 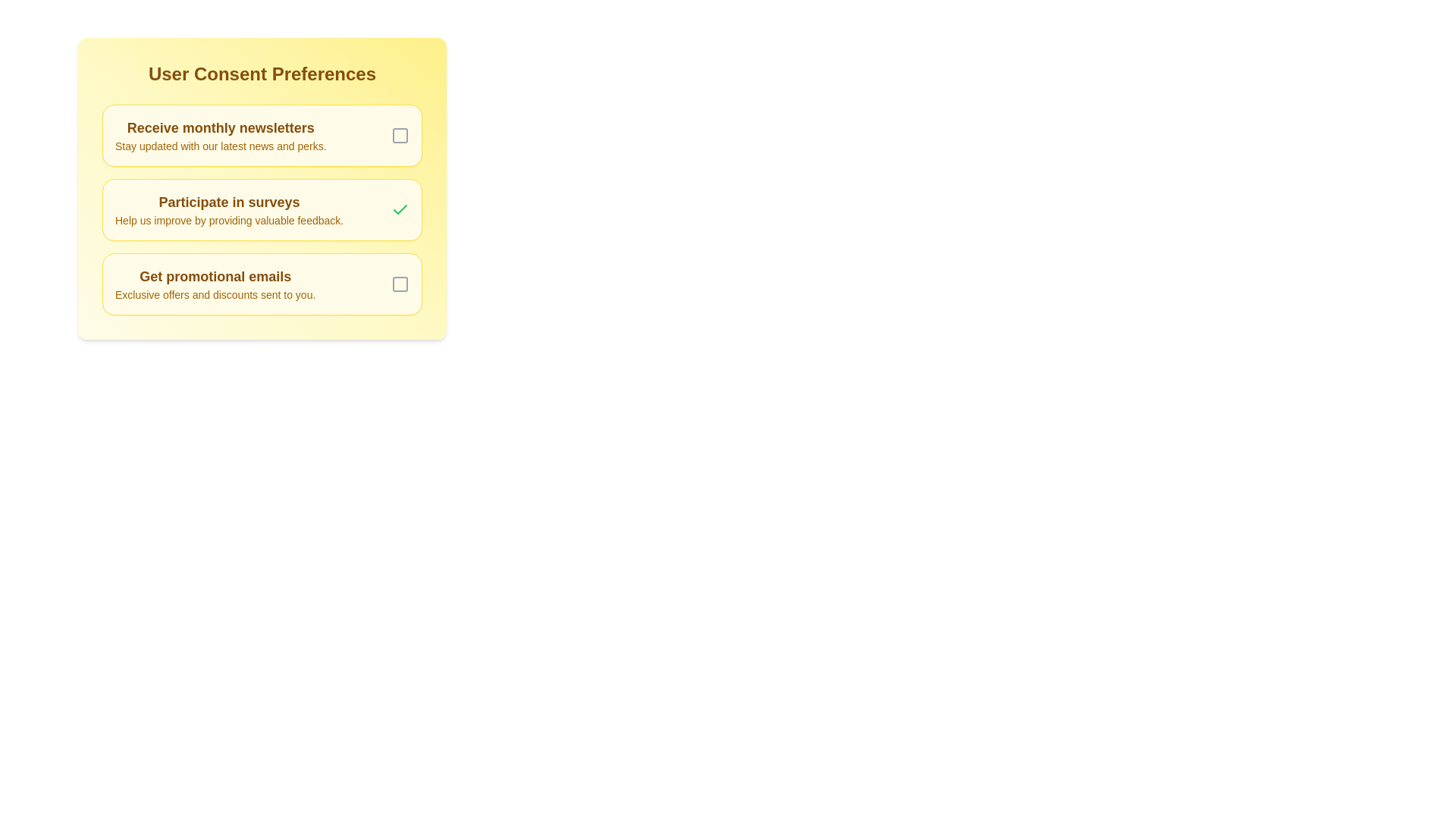 I want to click on the second option in the 'User Consent Preferences' box labeled 'Participate in surveys', so click(x=262, y=188).